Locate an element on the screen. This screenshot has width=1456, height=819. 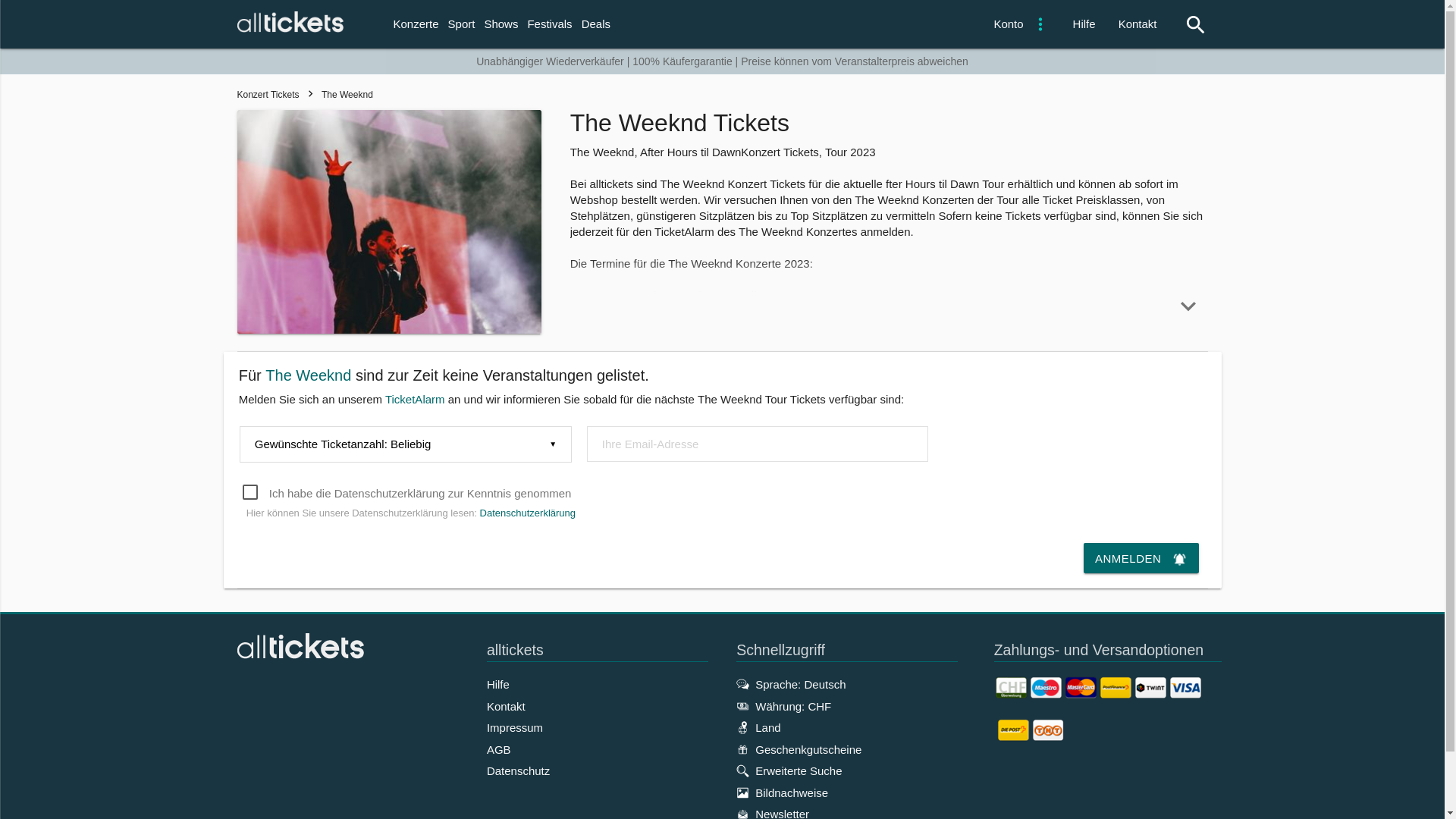
'Hilfe' is located at coordinates (498, 684).